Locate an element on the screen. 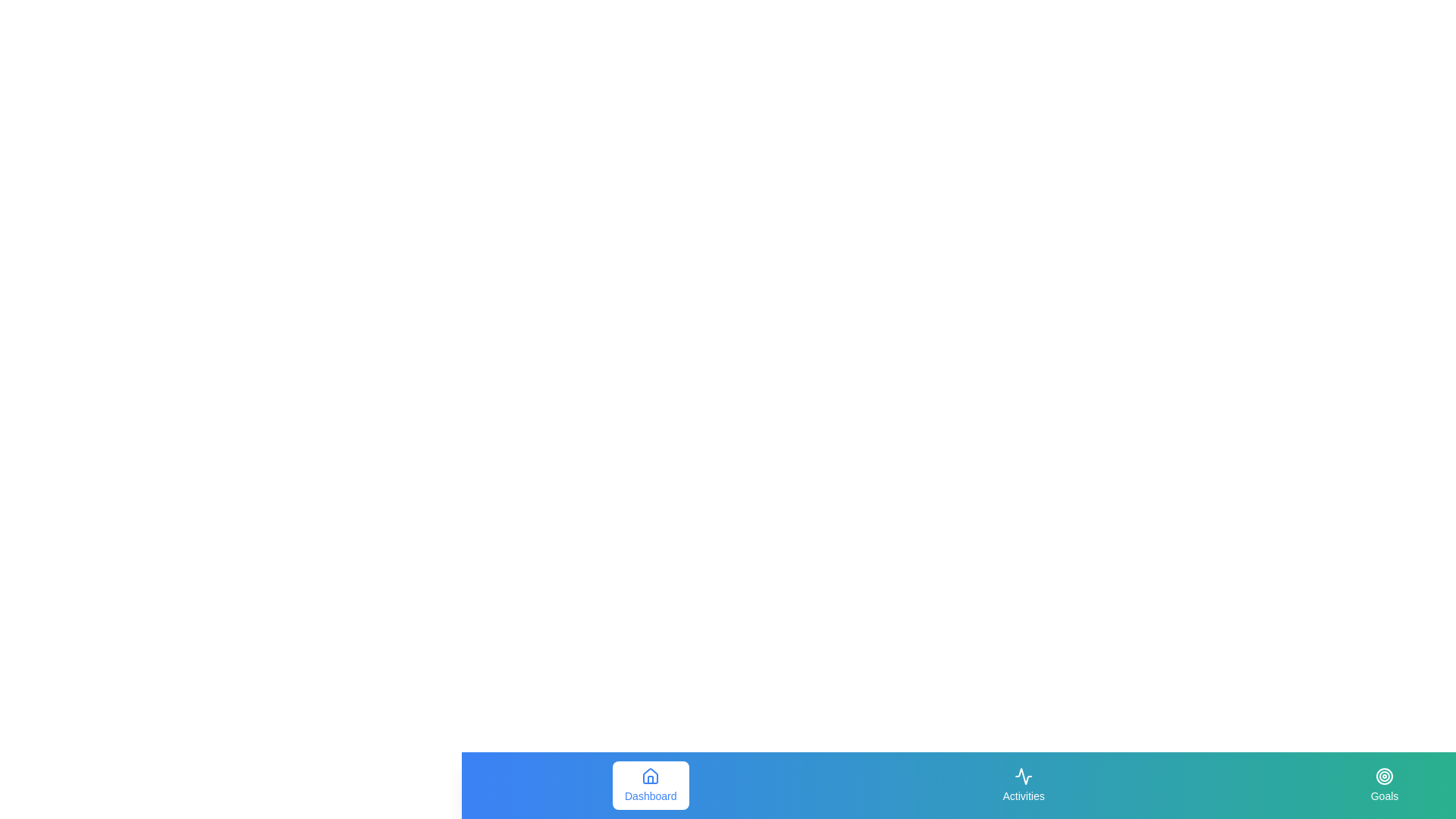  the navigation tab Dashboard by clicking on its corresponding button is located at coordinates (651, 785).